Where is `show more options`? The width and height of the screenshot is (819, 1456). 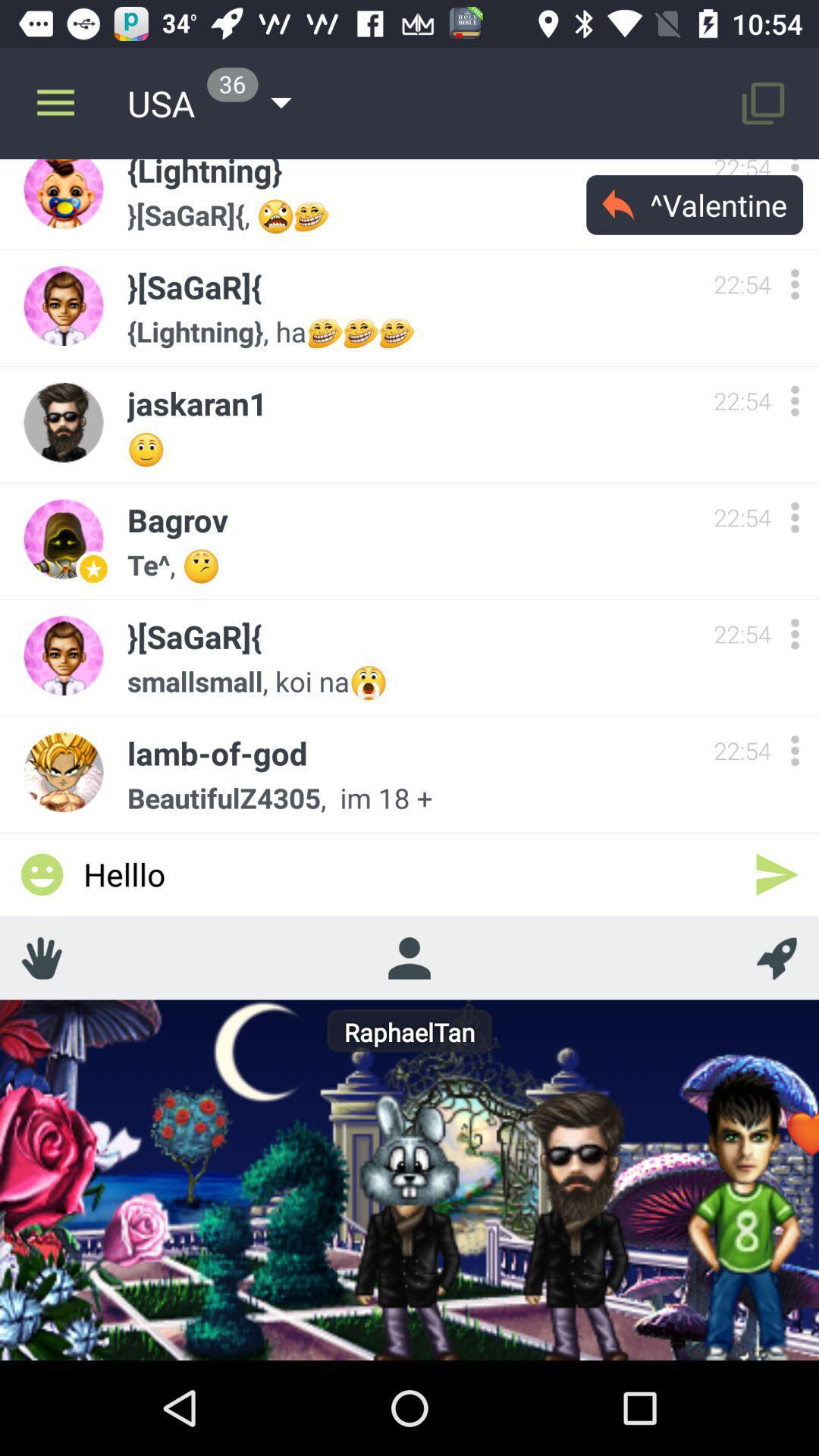 show more options is located at coordinates (794, 750).